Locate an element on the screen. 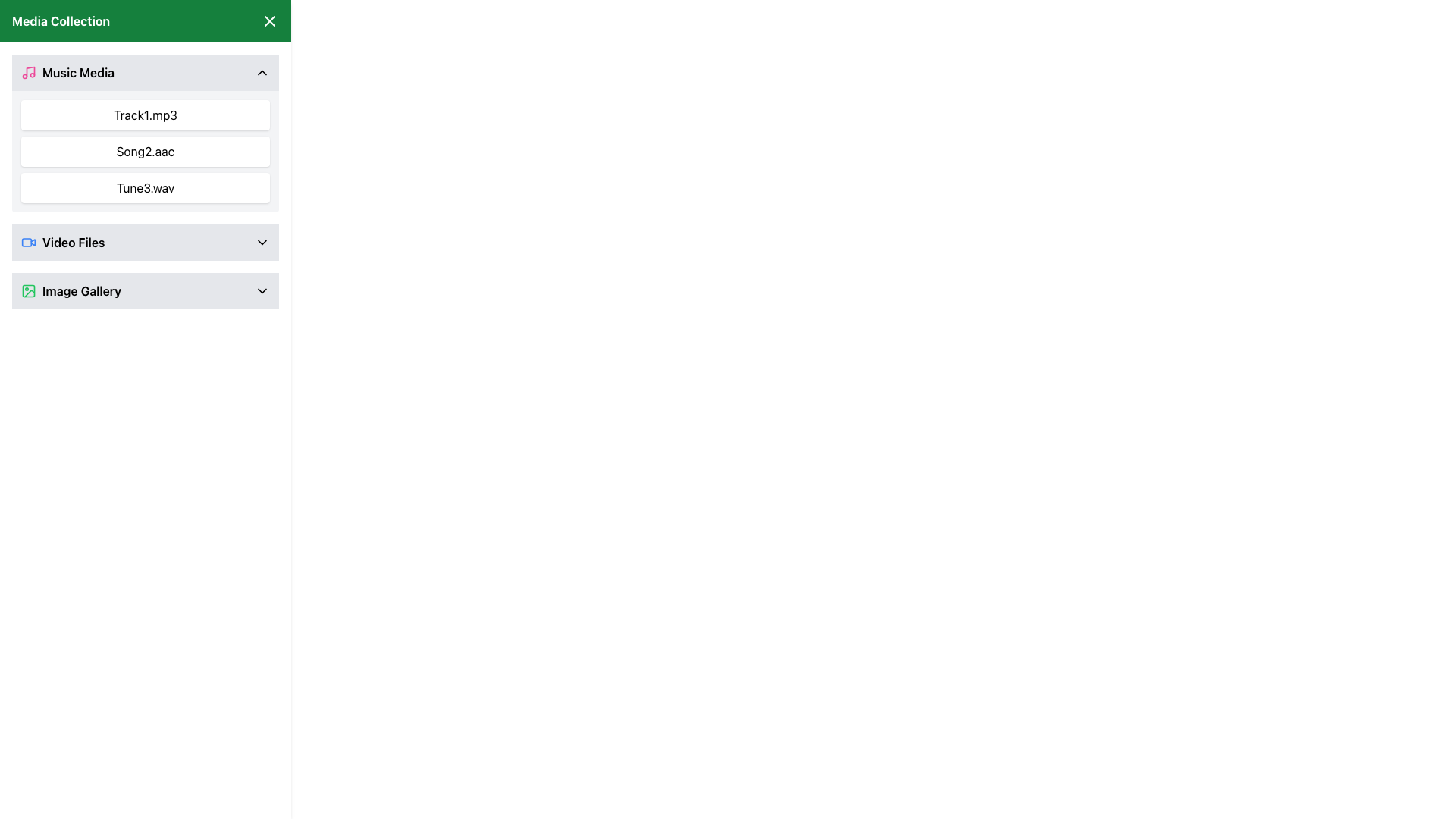 This screenshot has width=1456, height=819. the selectable music file list item named 'Tune3.wav' is located at coordinates (146, 187).